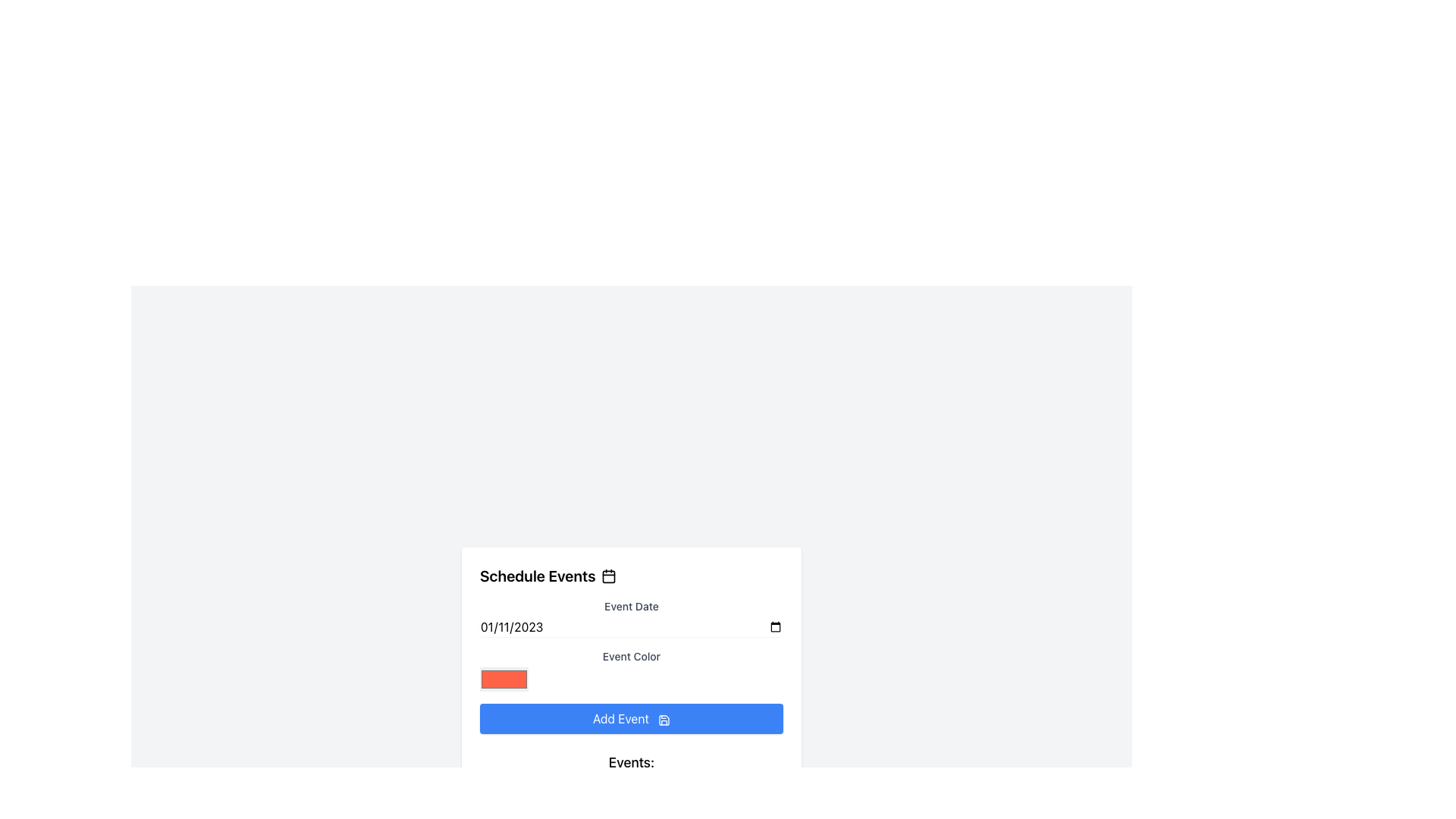 The height and width of the screenshot is (819, 1456). Describe the element at coordinates (632, 791) in the screenshot. I see `the information displayed in the Information Display with Icon that shows the date '2023-11-02', located in the lower section of the interface under the 'Events' heading` at that location.